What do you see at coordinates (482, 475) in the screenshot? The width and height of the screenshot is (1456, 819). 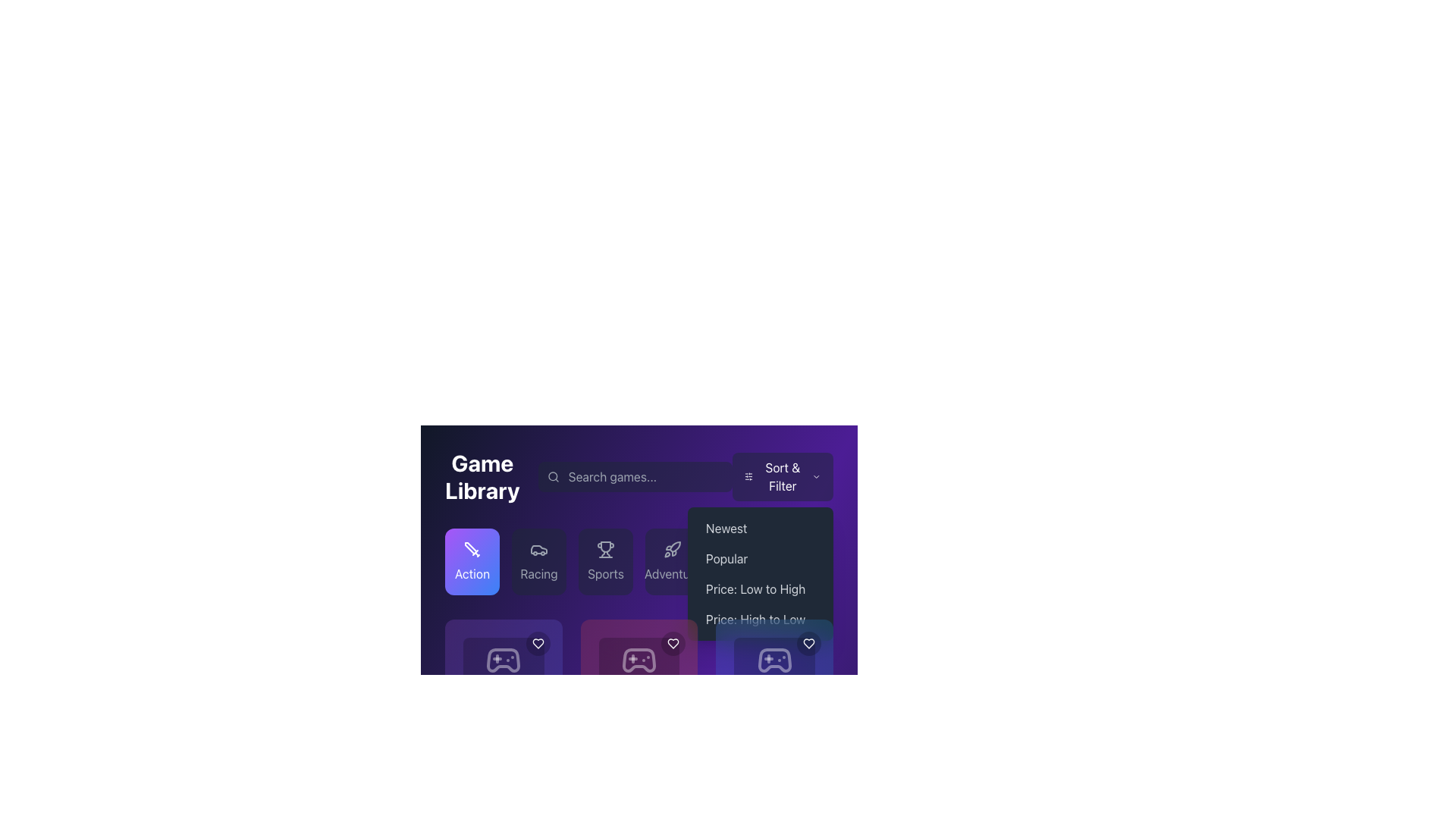 I see `the text label that reads 'Game Library', which is bold and large-sized, styled in white color against a dark background, and positioned at the top-left corner of the interface` at bounding box center [482, 475].